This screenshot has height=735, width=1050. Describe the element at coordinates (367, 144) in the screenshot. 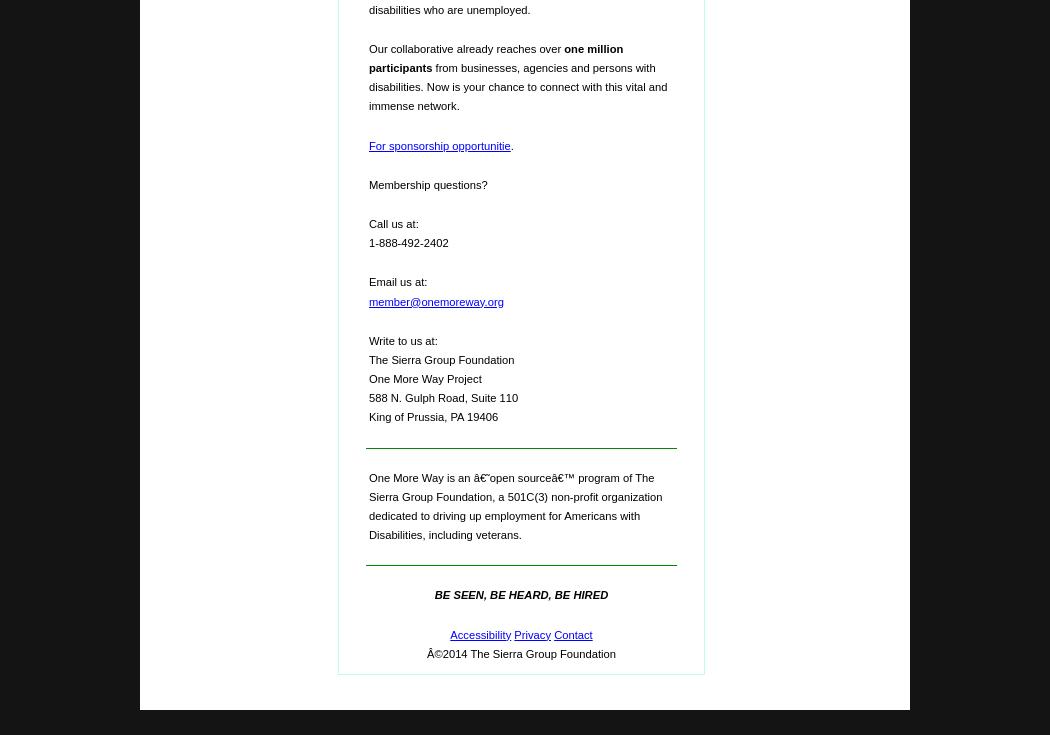

I see `'For sponsorship opportunitie'` at that location.